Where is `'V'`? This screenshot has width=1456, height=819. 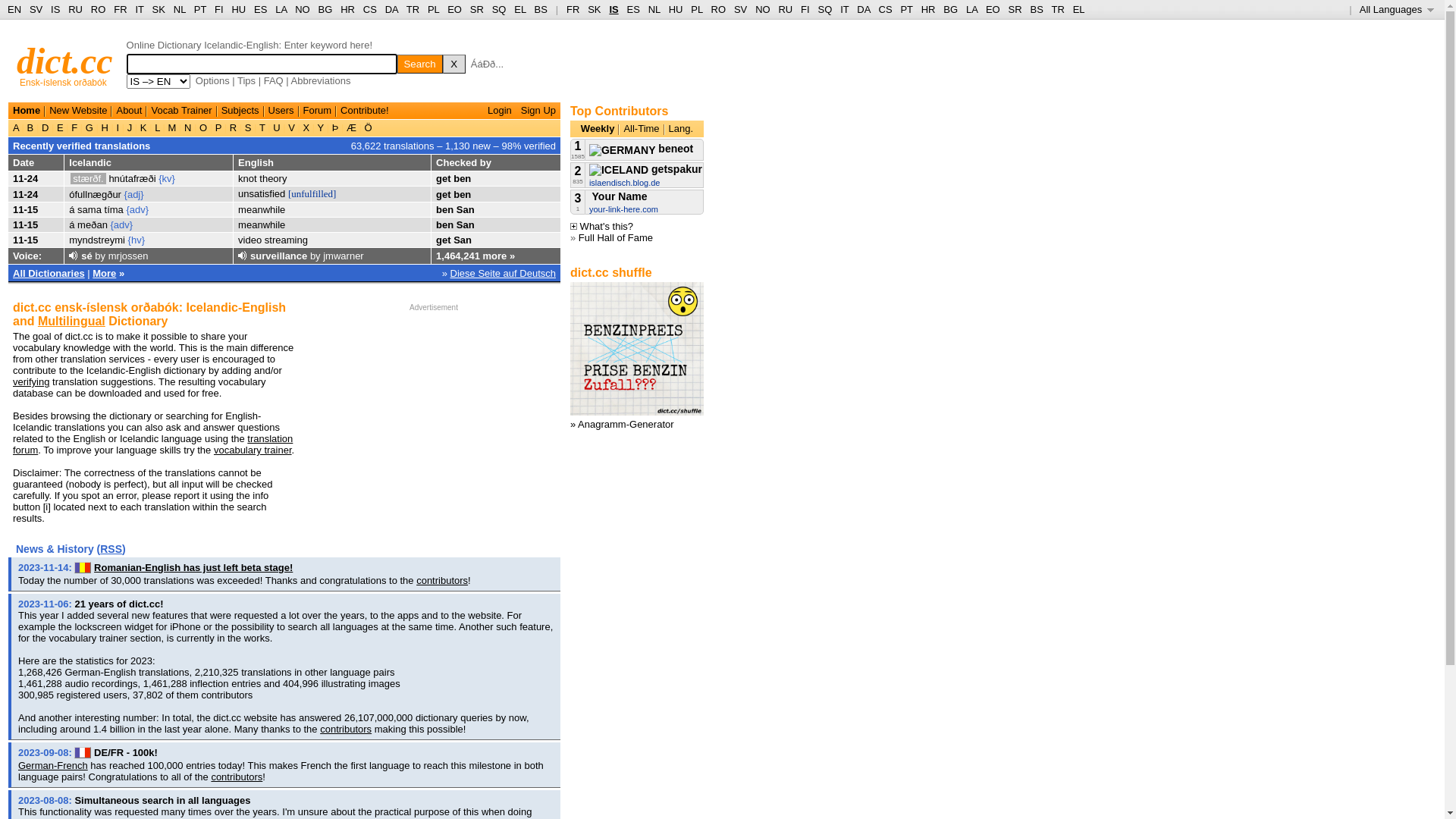 'V' is located at coordinates (291, 127).